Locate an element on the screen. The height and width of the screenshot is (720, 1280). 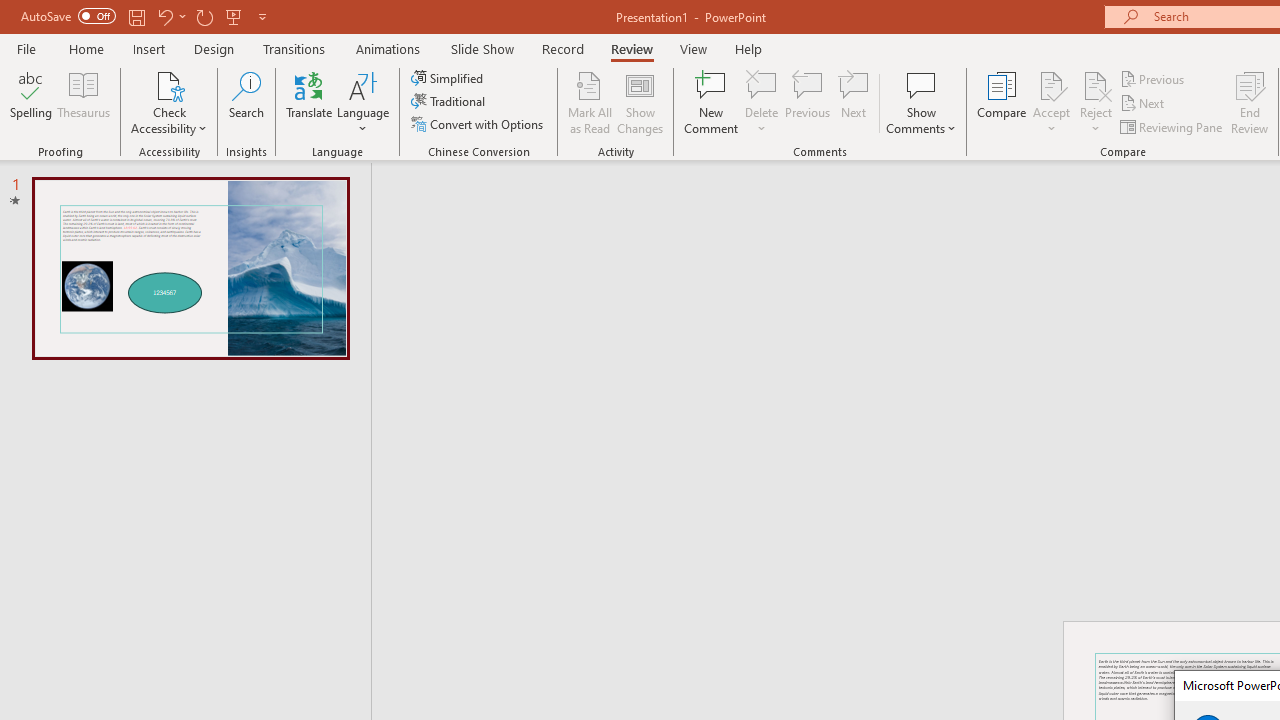
'Translate' is located at coordinates (308, 103).